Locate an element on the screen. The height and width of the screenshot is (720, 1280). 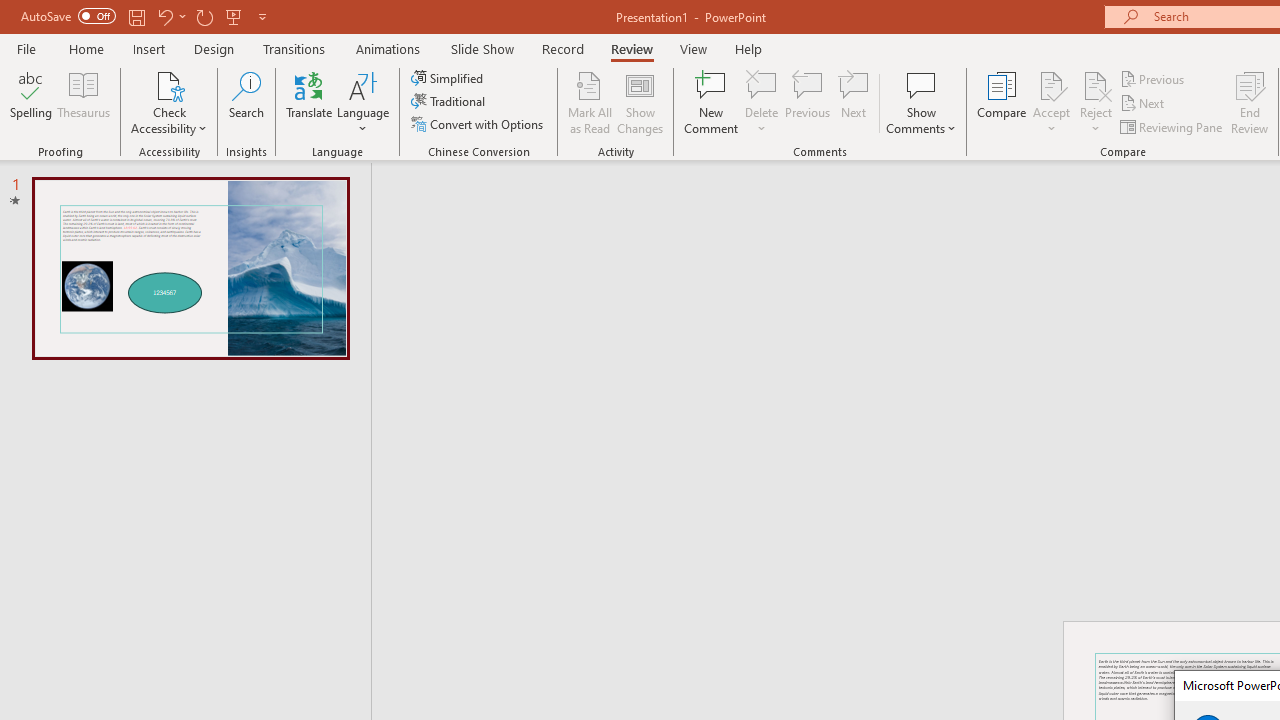
'Translate' is located at coordinates (308, 103).